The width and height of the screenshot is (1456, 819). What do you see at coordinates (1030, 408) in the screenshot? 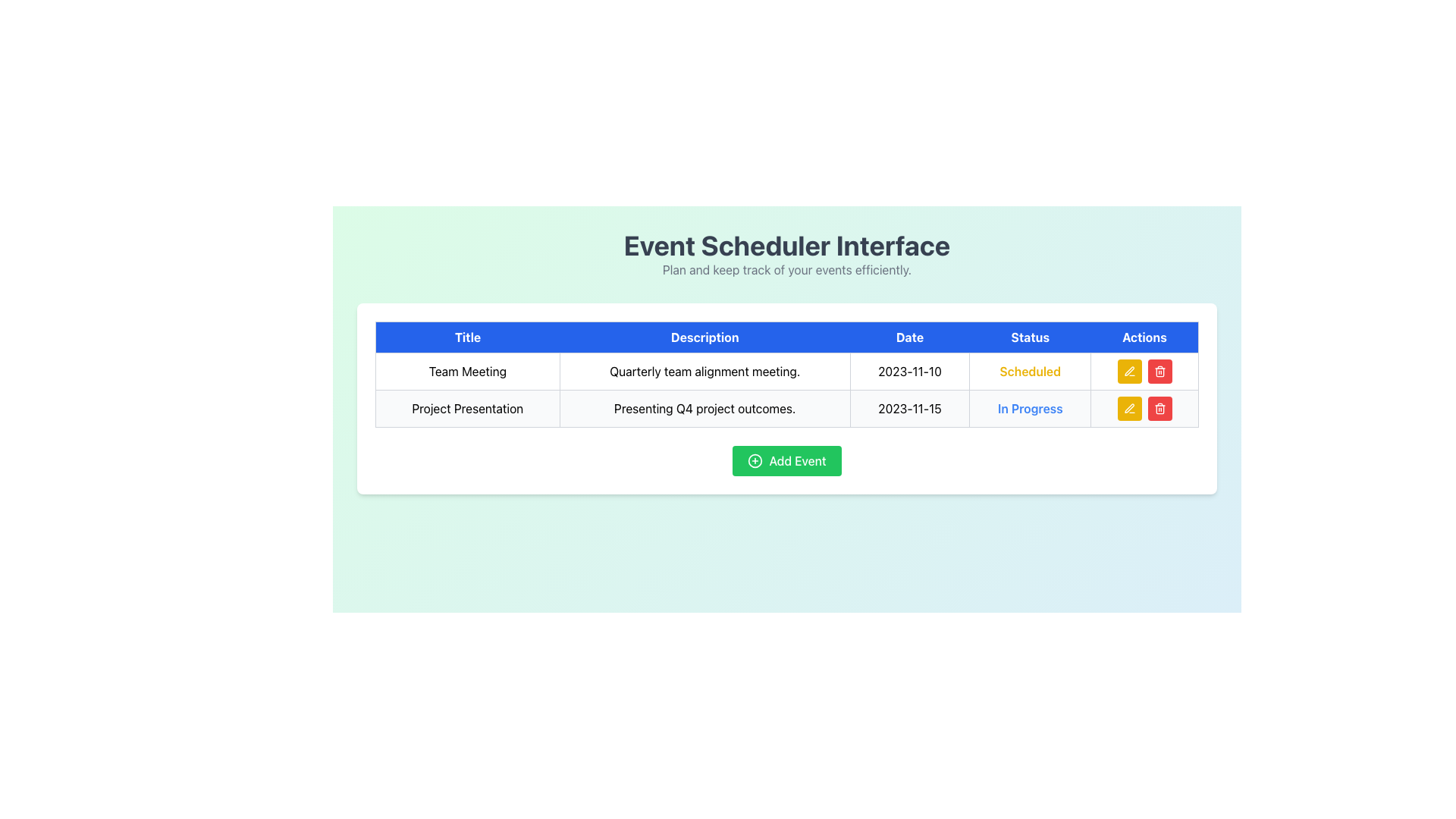
I see `the 'In Progress' text label, which is a rectangular box in the 'Status' column of the second row in the table, indicating project status` at bounding box center [1030, 408].